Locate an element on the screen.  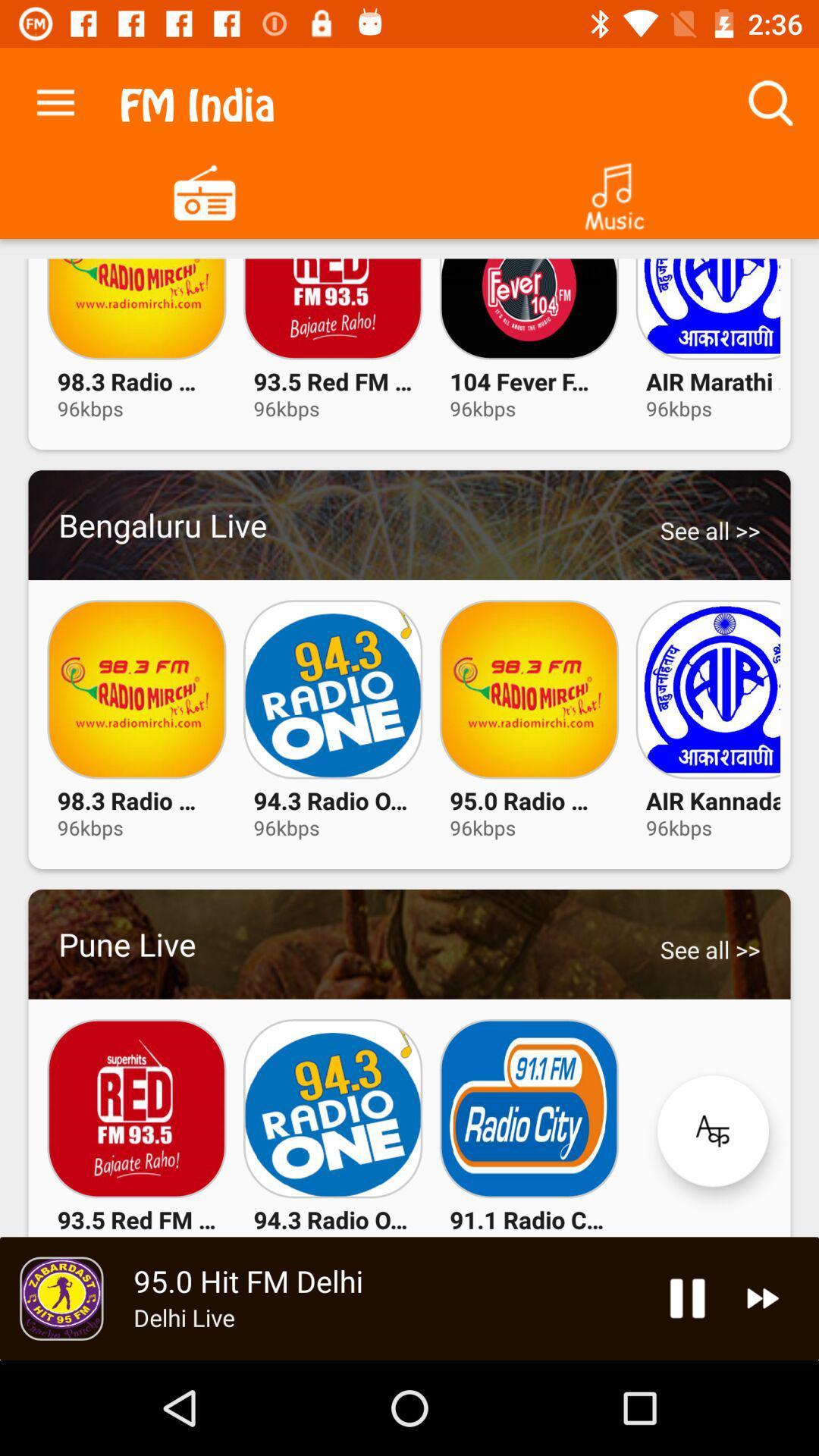
the logo above 943 radio o is located at coordinates (332, 1109).